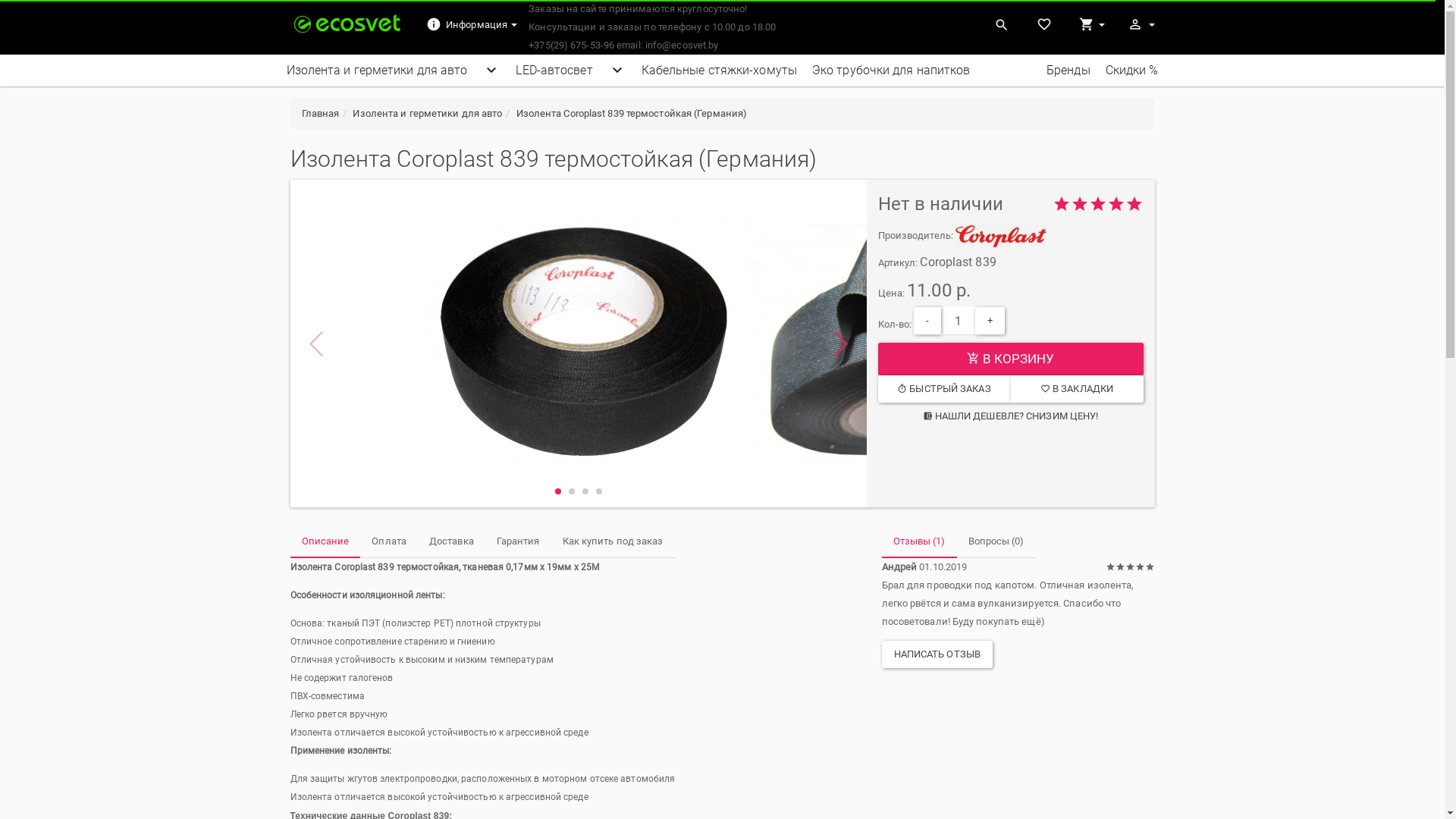  I want to click on '-', so click(927, 320).